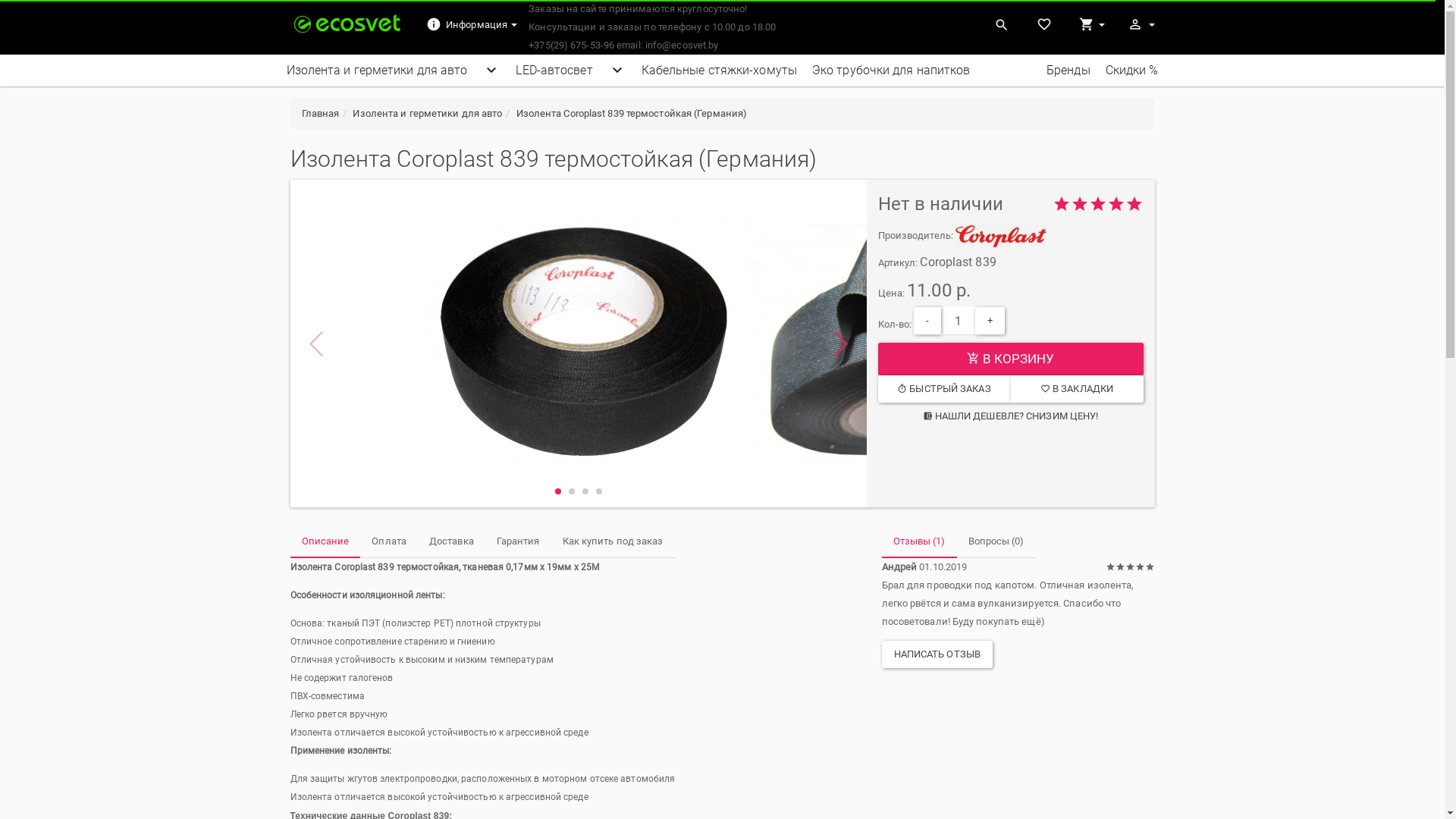  I want to click on '-', so click(927, 320).